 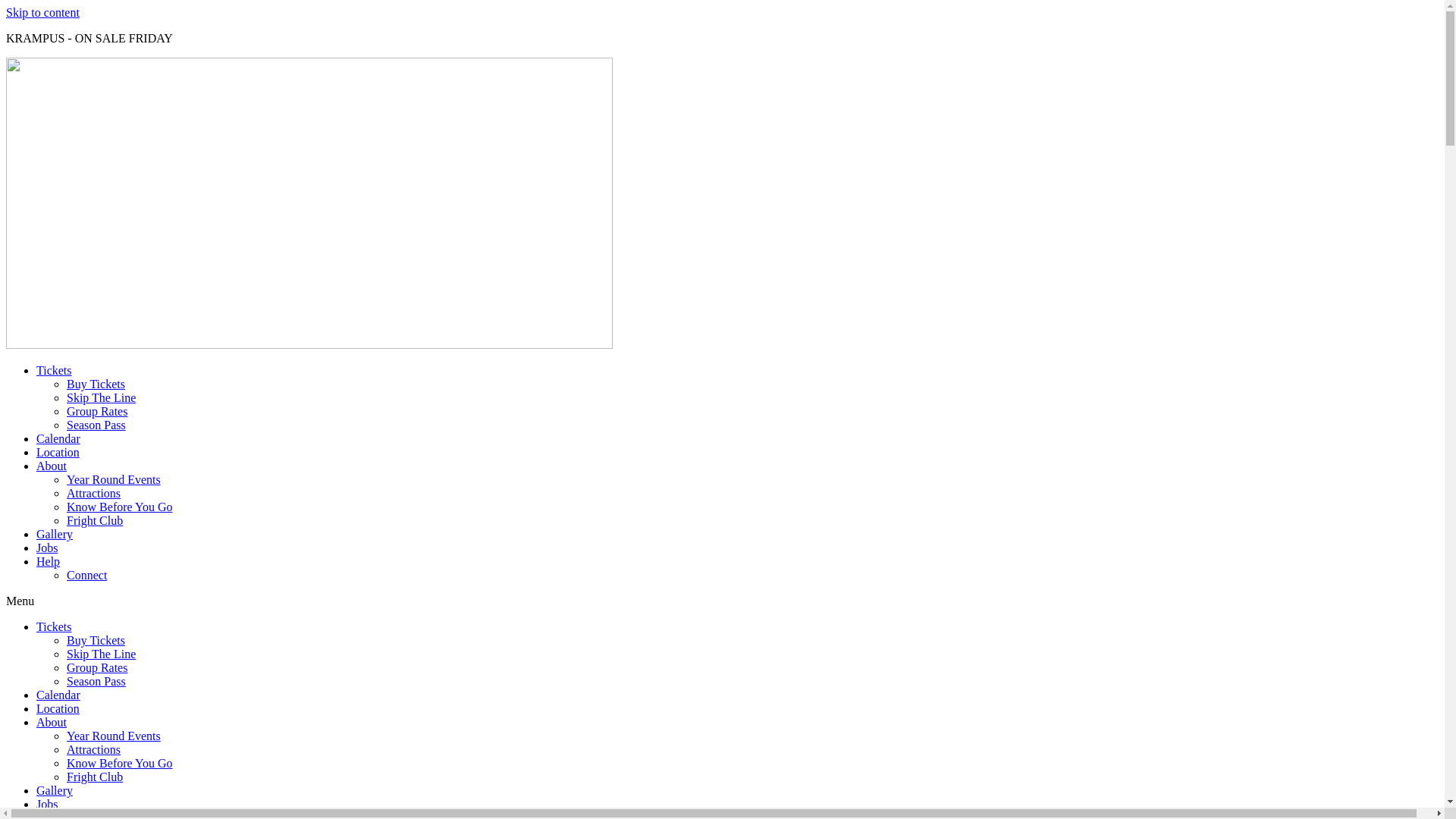 I want to click on 'Year Round Events', so click(x=112, y=735).